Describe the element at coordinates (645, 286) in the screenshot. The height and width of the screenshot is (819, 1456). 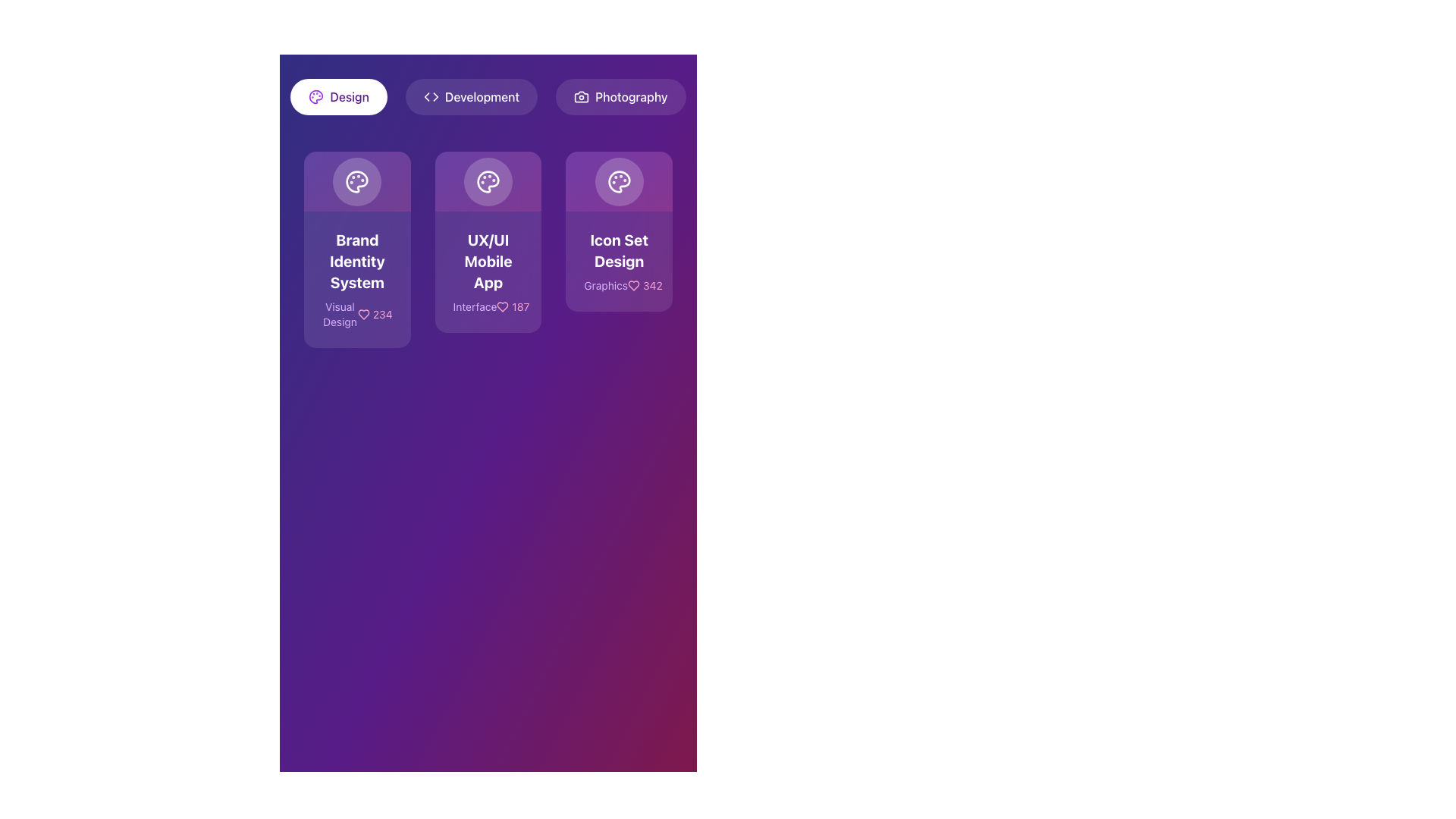
I see `the Static Label with Icon that displays the number of likes or interactions, located in the bottom-right segment of the 'Icon Set Design' card` at that location.